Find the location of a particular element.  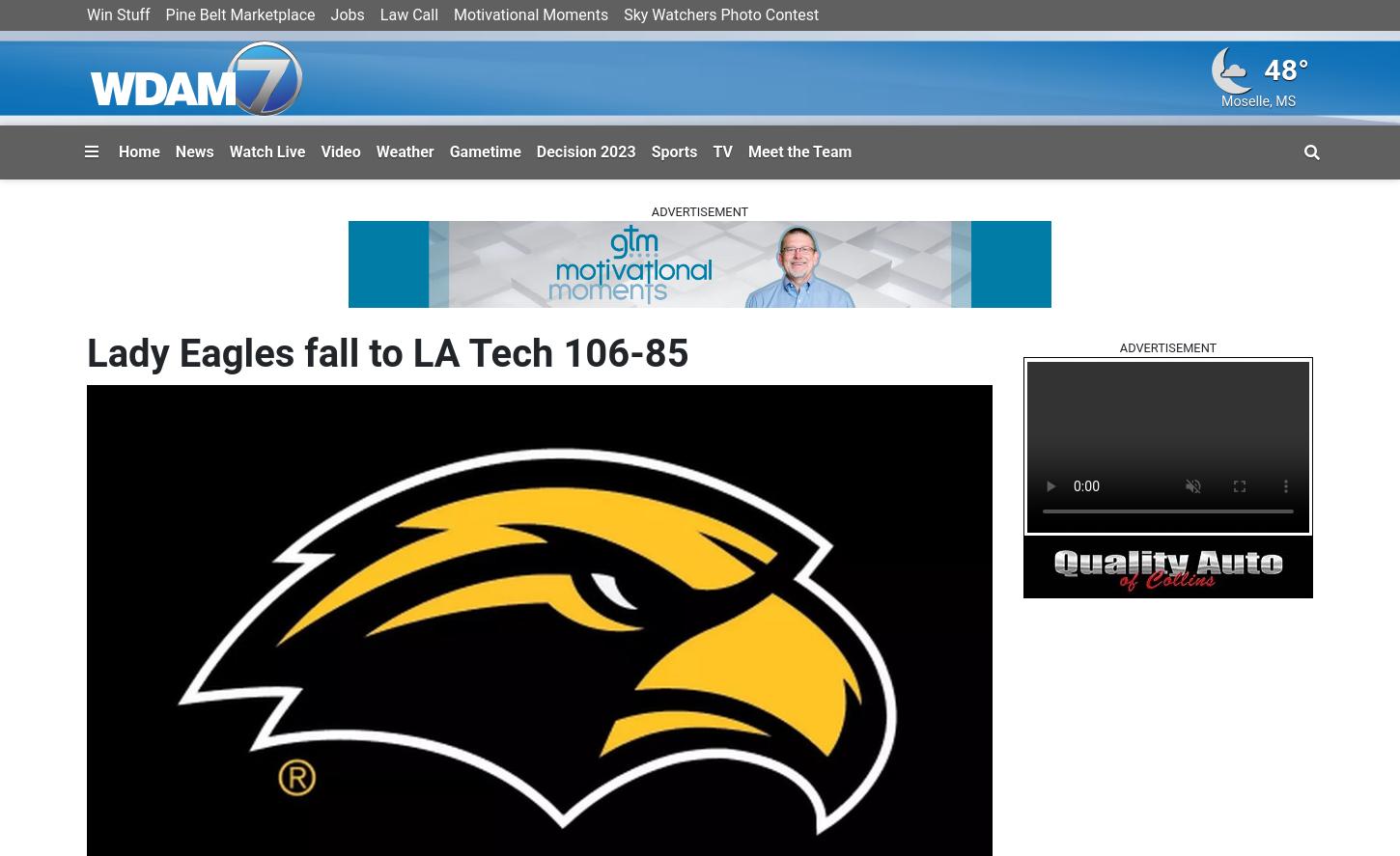

'Gametime' is located at coordinates (448, 150).